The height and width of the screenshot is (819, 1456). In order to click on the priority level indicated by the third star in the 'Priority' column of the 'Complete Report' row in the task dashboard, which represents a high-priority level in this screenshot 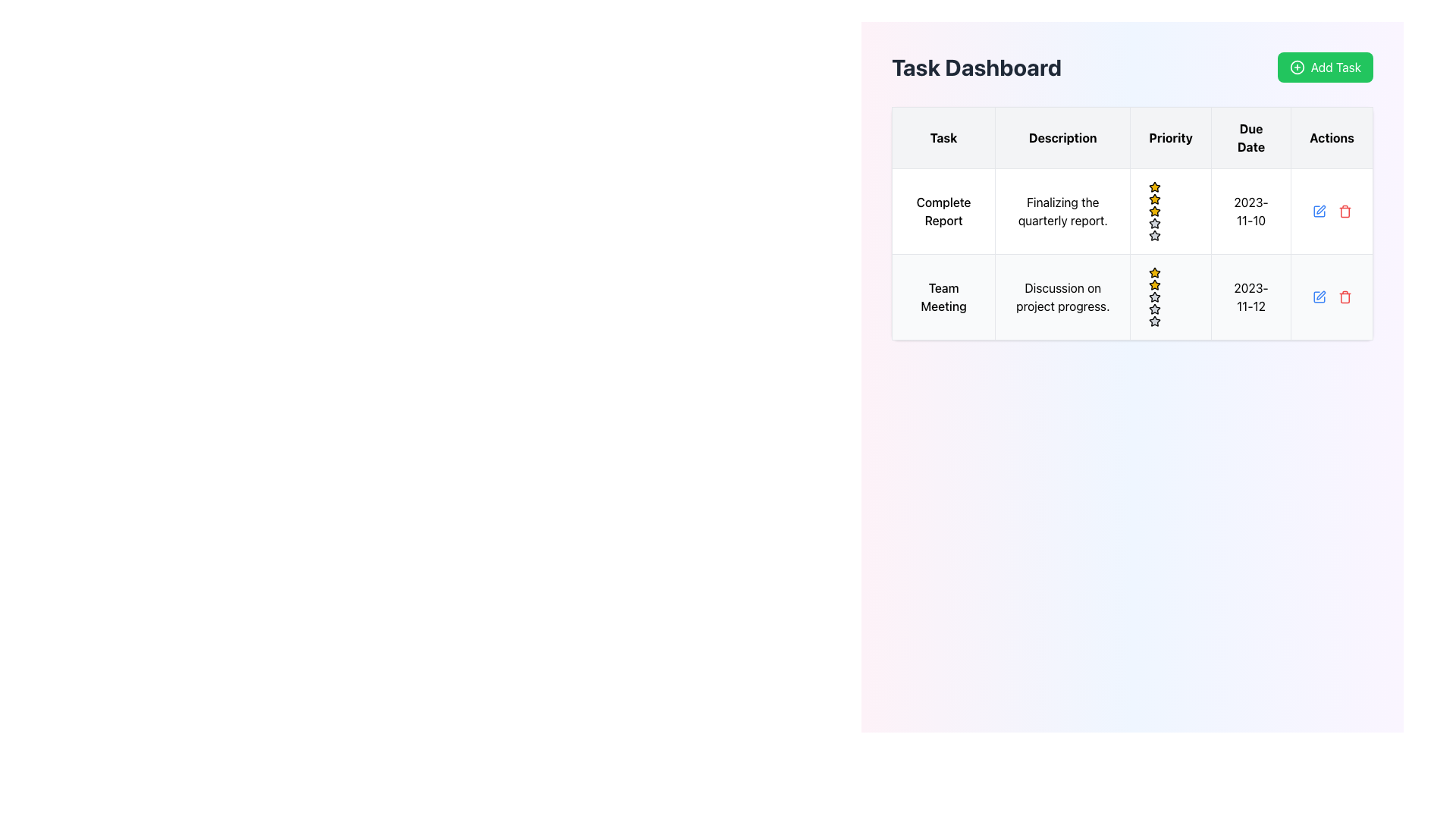, I will do `click(1154, 198)`.